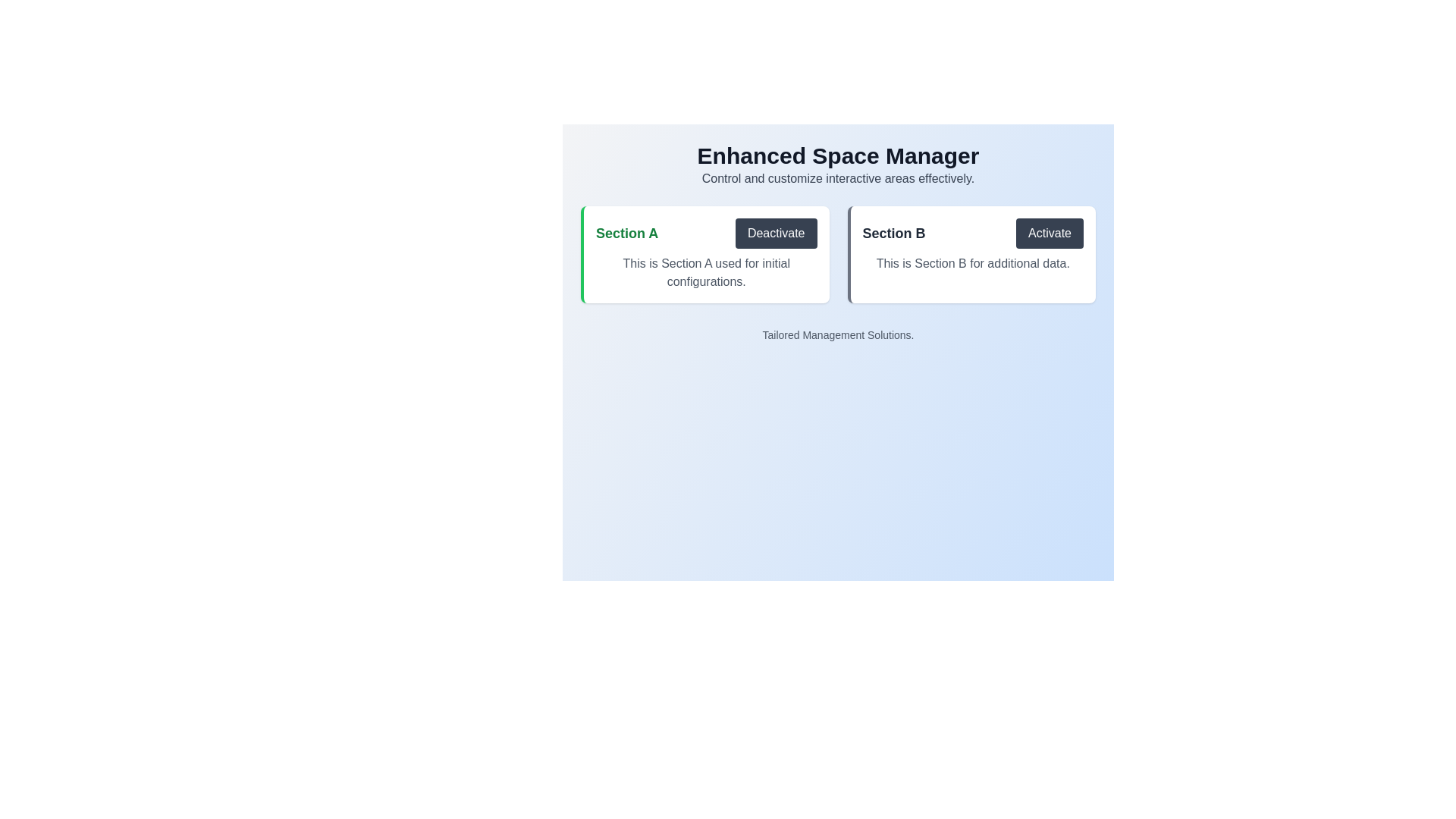 This screenshot has width=1456, height=819. I want to click on the Text label at the top-left corner of the card that serves as a section title, located to the left of the 'Deactivate' button, so click(627, 234).